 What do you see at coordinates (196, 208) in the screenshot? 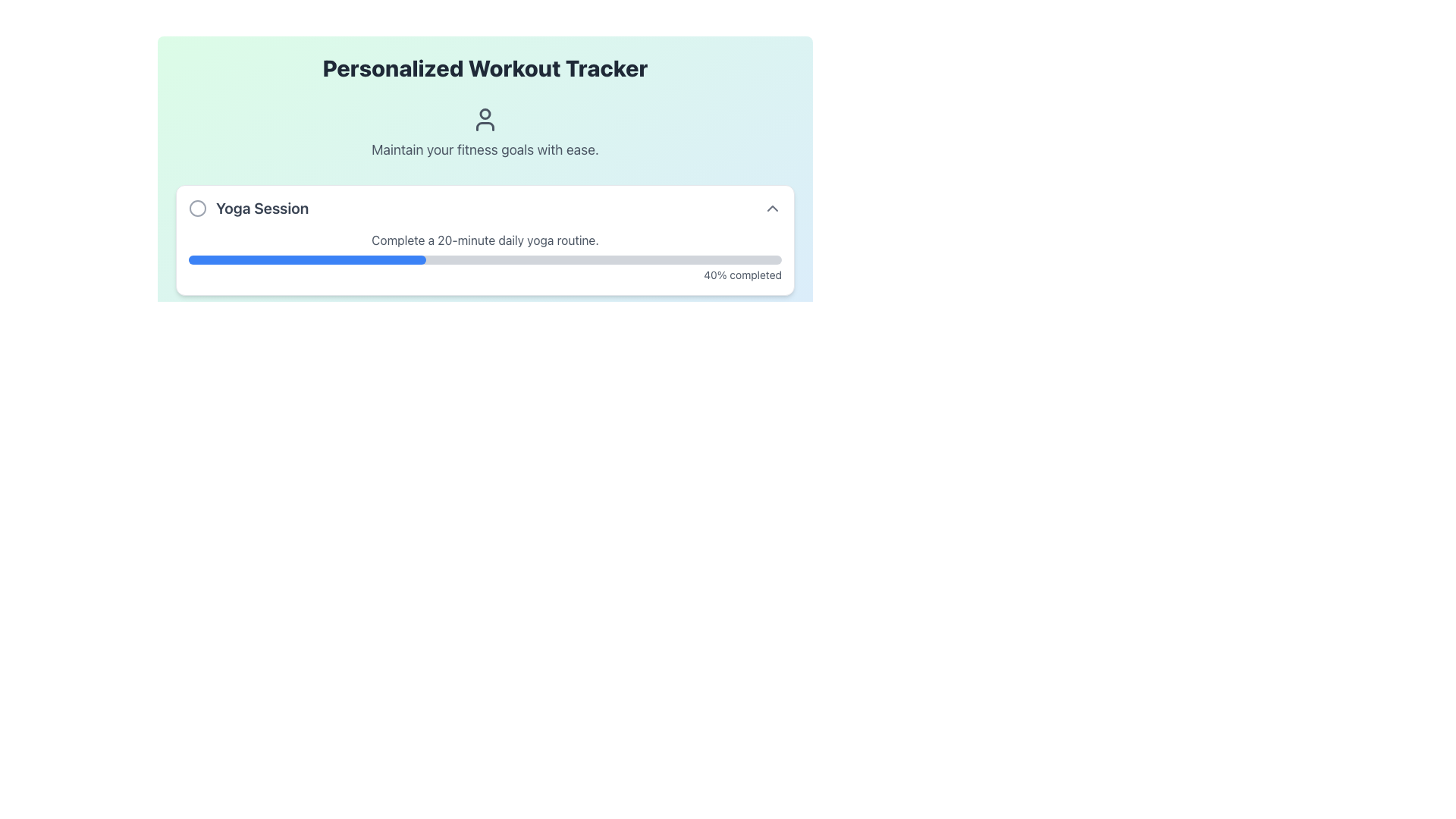
I see `the circular icon with a gray outline located to the left of the text label 'Yoga Session'` at bounding box center [196, 208].